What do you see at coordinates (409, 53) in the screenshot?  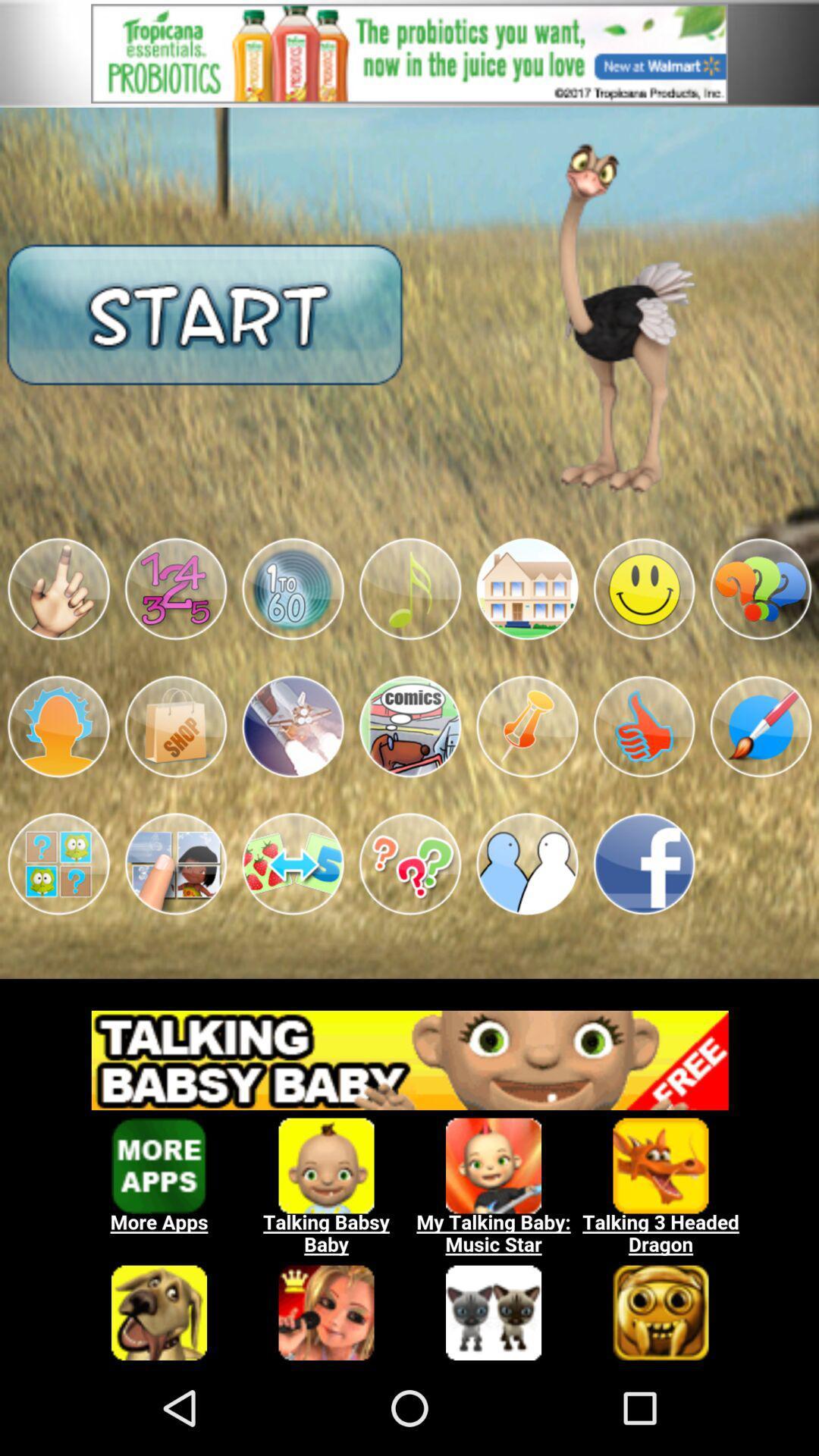 I see `advertisement` at bounding box center [409, 53].